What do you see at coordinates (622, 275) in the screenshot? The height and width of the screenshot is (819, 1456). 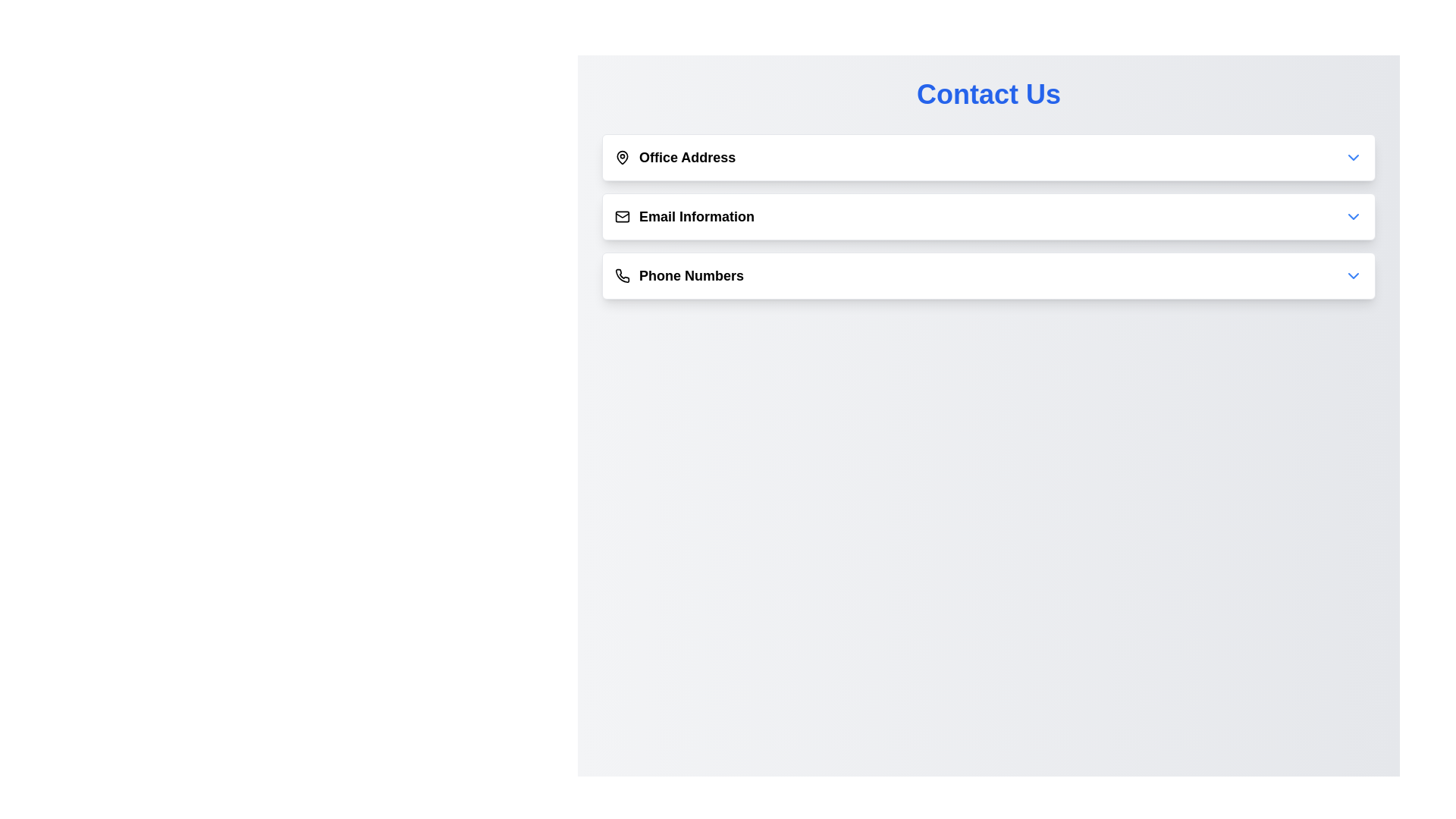 I see `the phone-related icon located adjacent to the 'Phone Numbers' label in the contact options section` at bounding box center [622, 275].